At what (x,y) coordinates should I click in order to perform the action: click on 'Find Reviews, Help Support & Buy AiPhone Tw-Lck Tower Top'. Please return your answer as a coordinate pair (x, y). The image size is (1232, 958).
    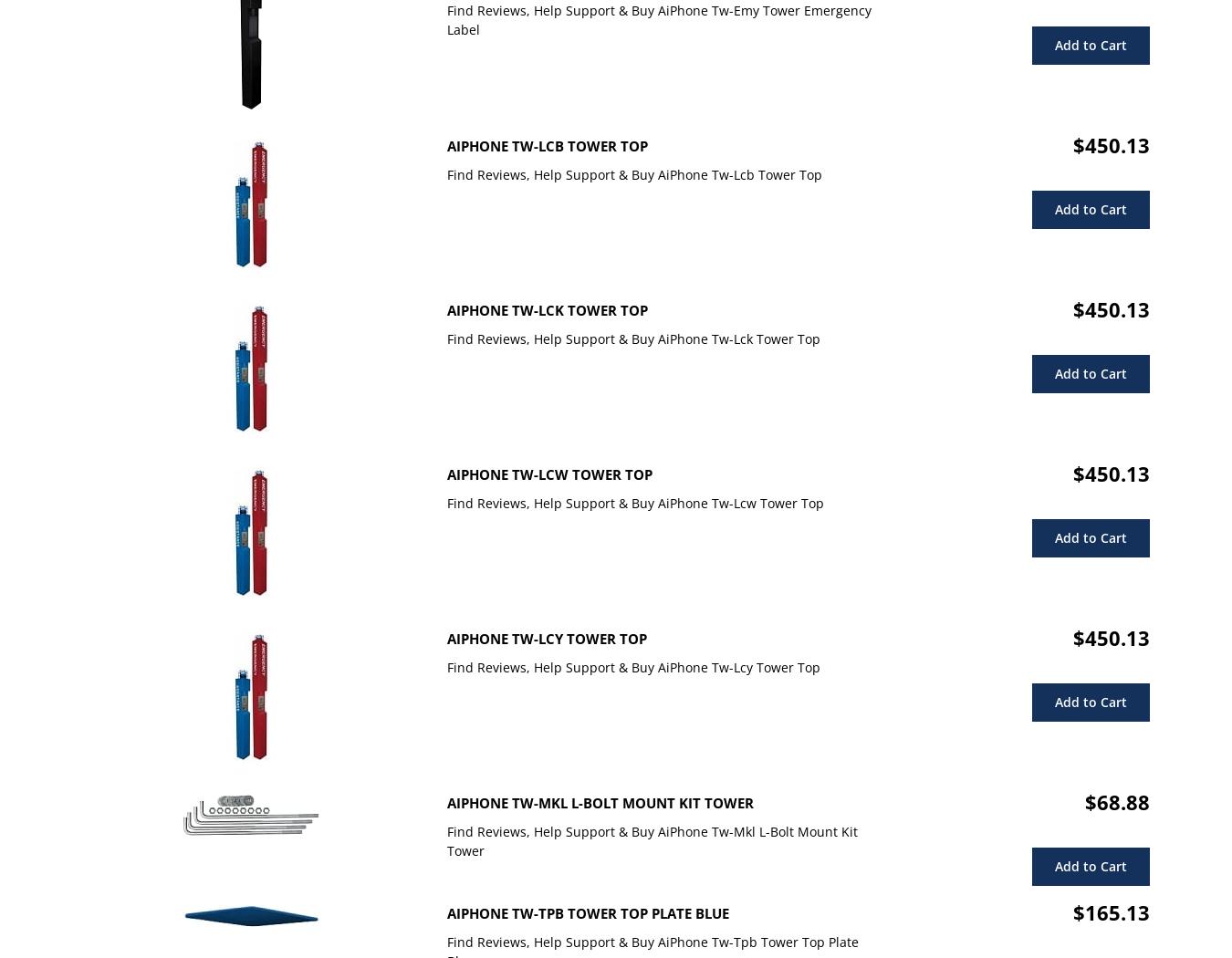
    Looking at the image, I should click on (632, 338).